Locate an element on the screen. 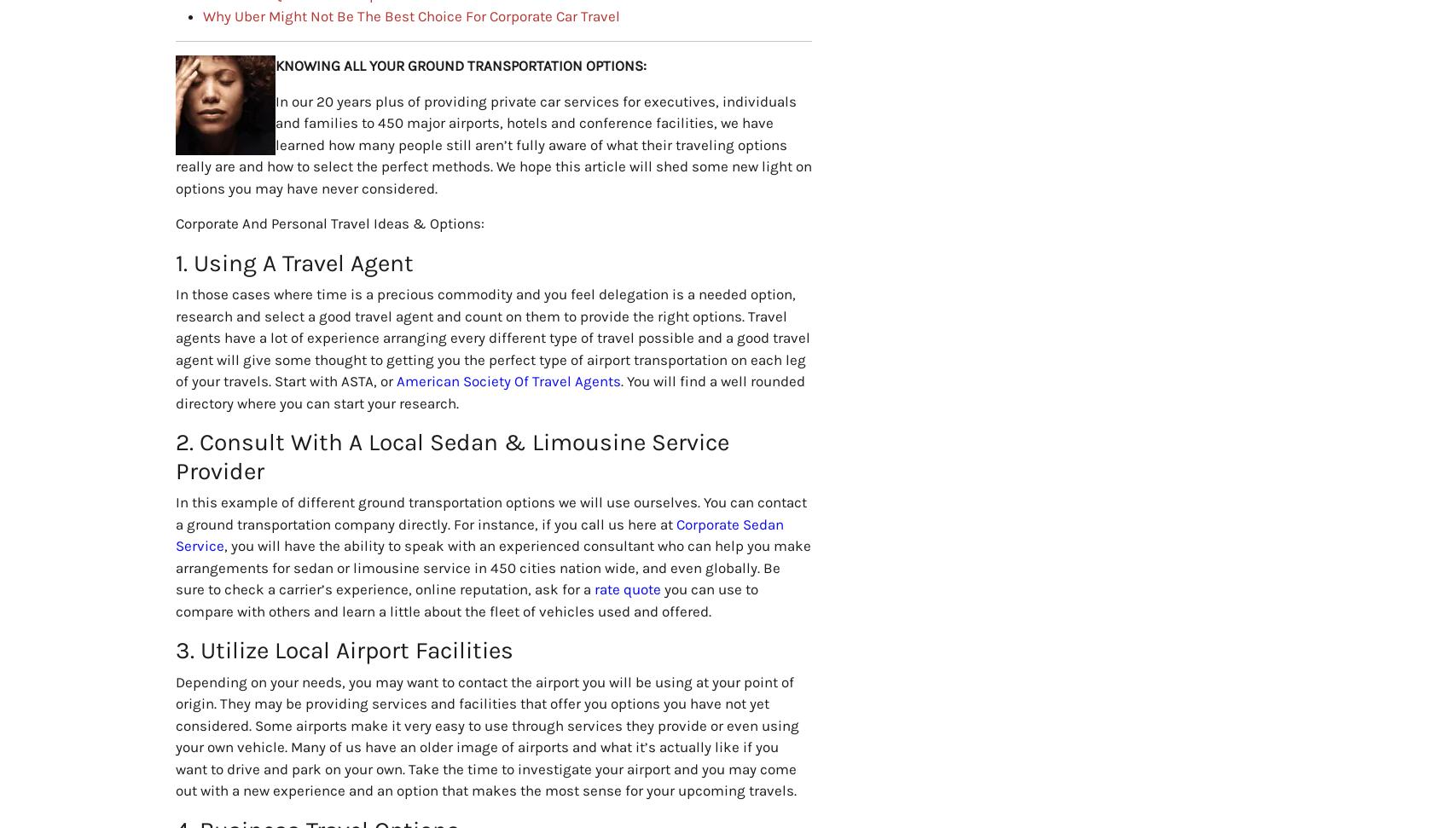 This screenshot has width=1456, height=828. 'Hourly Transportation' is located at coordinates (807, 721).